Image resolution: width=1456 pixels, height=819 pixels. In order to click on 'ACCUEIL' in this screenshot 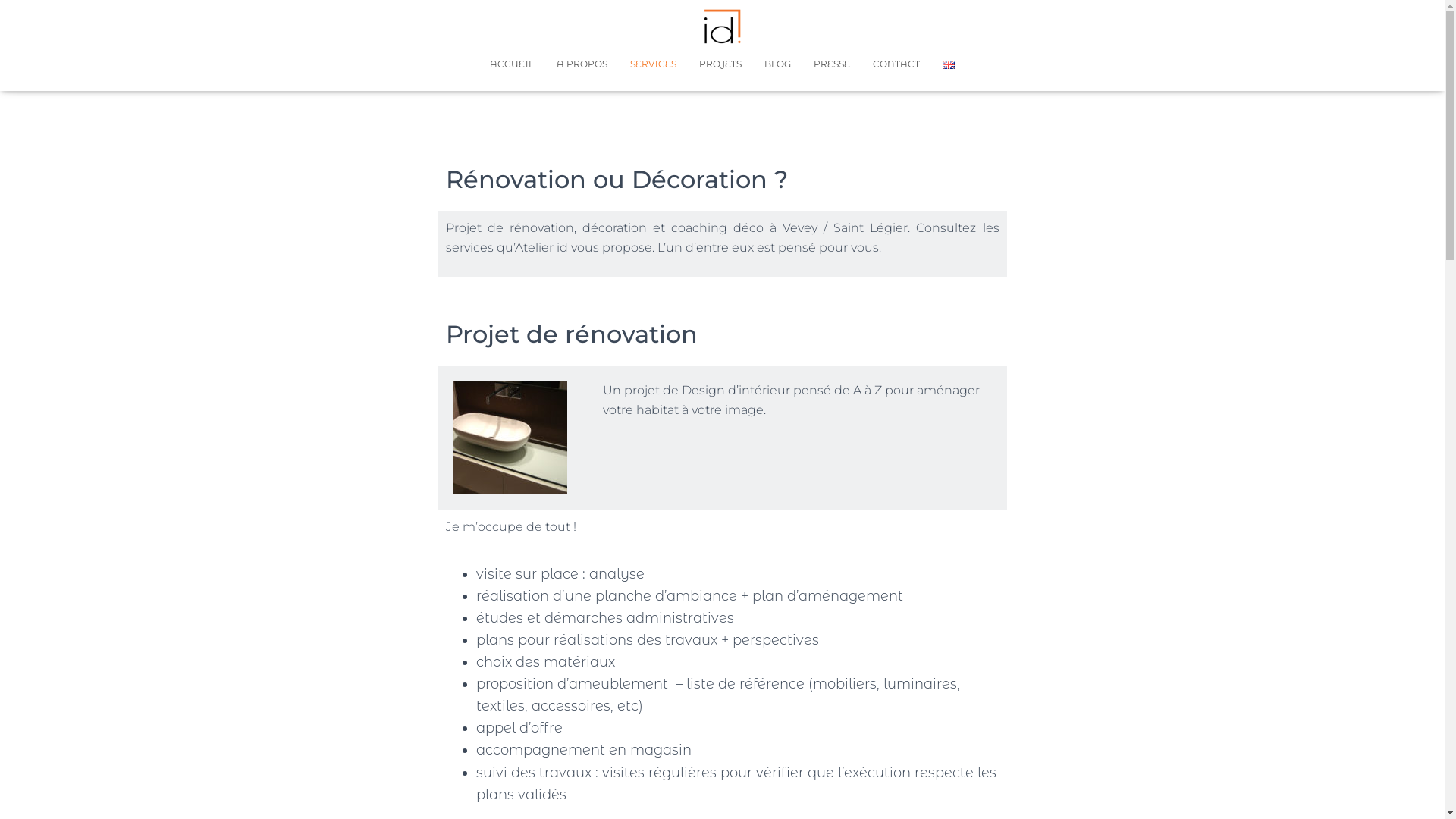, I will do `click(512, 63)`.